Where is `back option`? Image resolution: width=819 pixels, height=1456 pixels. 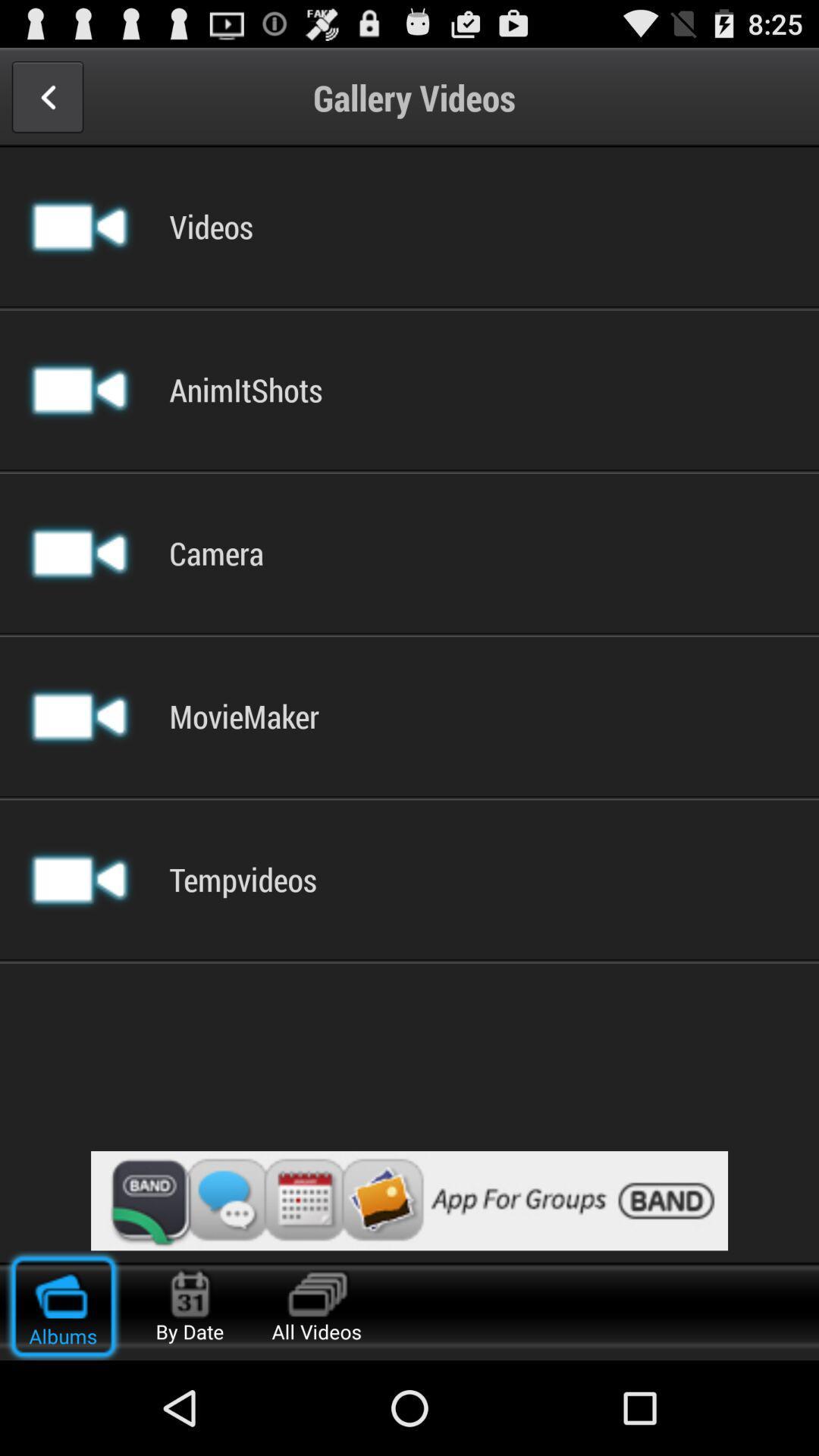 back option is located at coordinates (46, 96).